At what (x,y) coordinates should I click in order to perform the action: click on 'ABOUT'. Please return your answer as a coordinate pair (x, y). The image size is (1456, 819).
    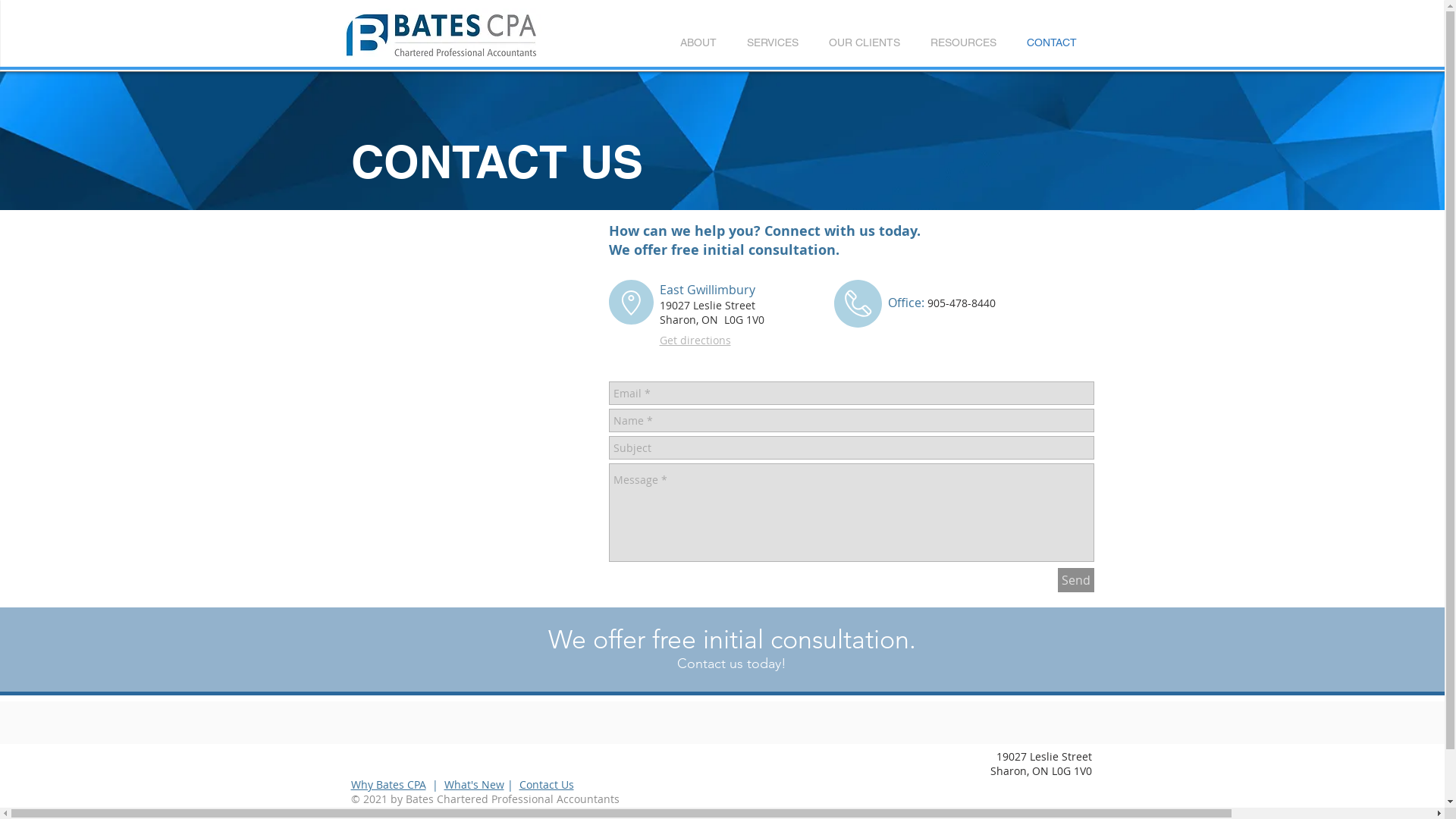
    Looking at the image, I should click on (697, 42).